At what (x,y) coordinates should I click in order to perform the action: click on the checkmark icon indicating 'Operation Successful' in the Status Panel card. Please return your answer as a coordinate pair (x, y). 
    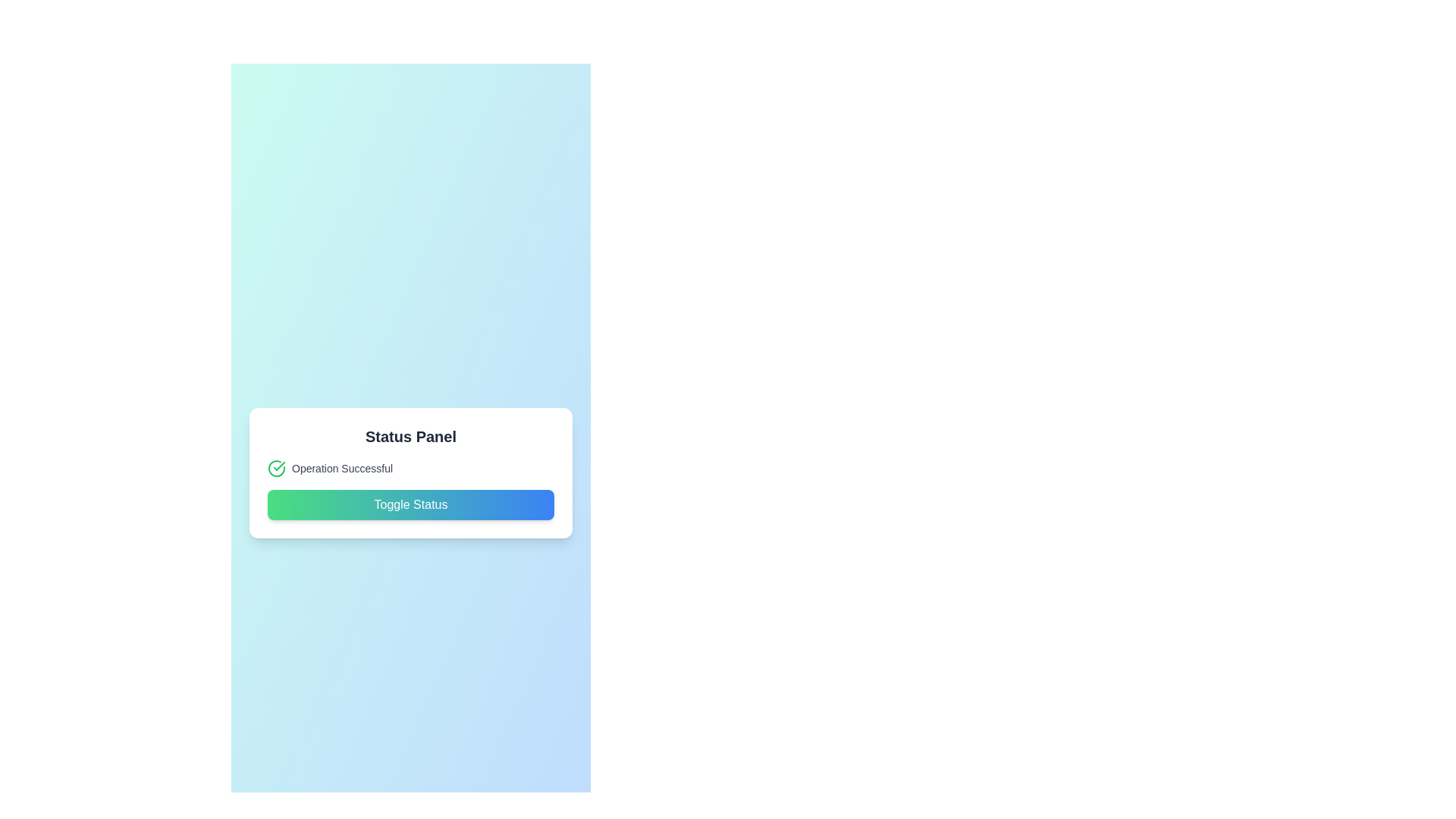
    Looking at the image, I should click on (279, 465).